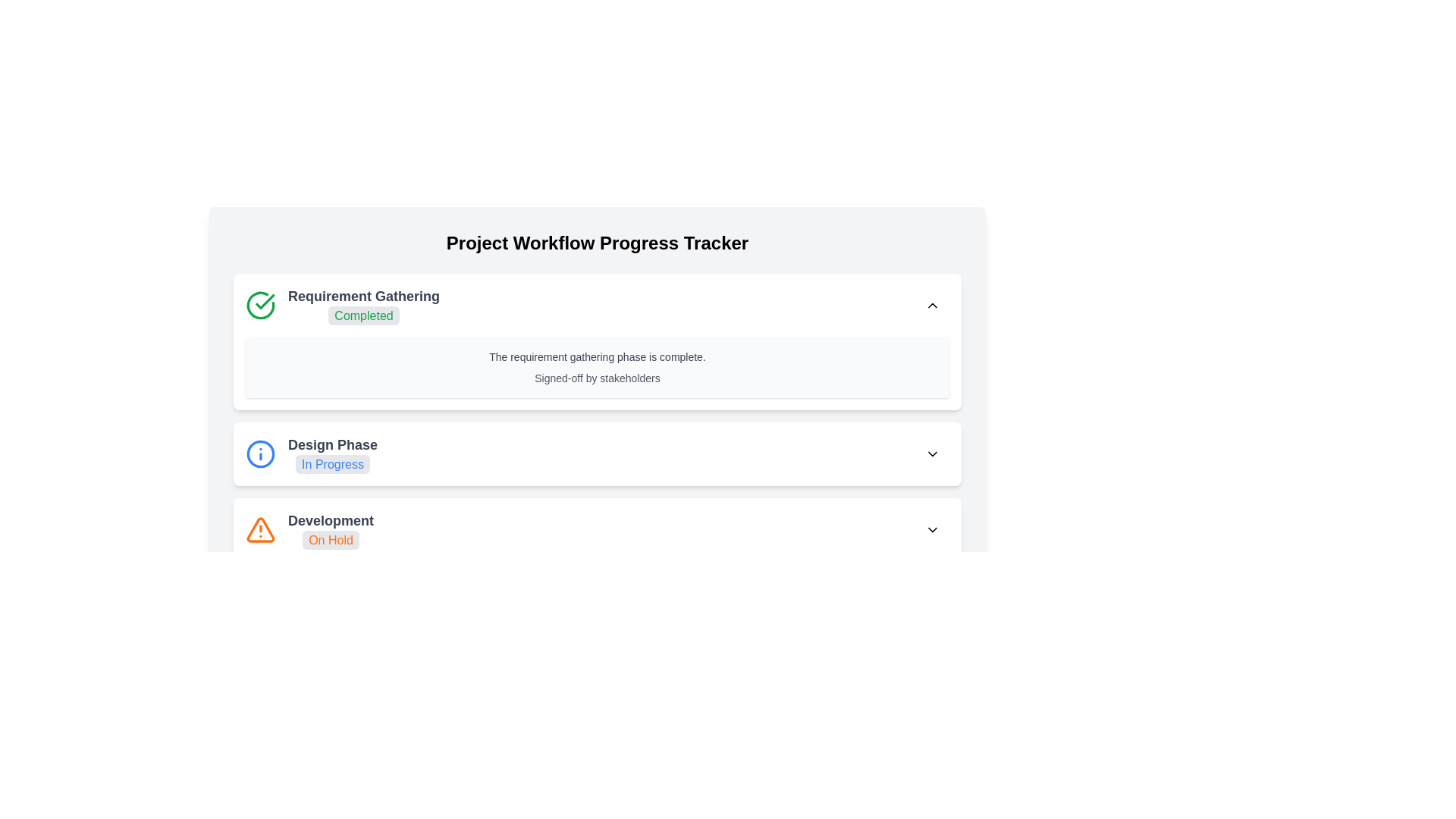 This screenshot has width=1456, height=819. What do you see at coordinates (330, 539) in the screenshot?
I see `the Status Badge located below the 'Development' label, indicating that the associated task is on hold` at bounding box center [330, 539].